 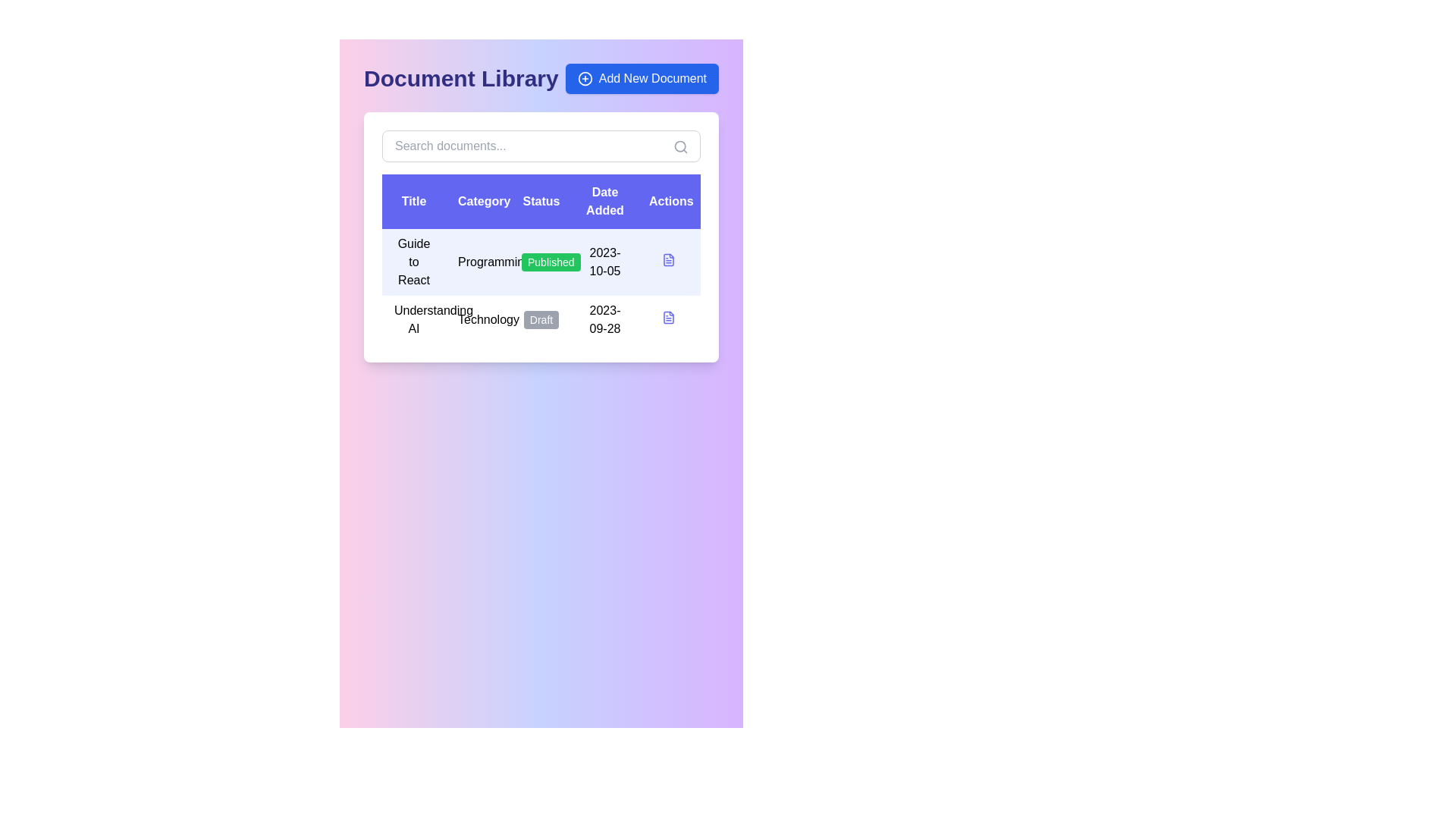 I want to click on the 'Draft' label badge, which is a rectangular badge with slightly rounded corners displaying white text on a gray background, located in the third column of the second row in the 'Document Library' table, so click(x=541, y=318).